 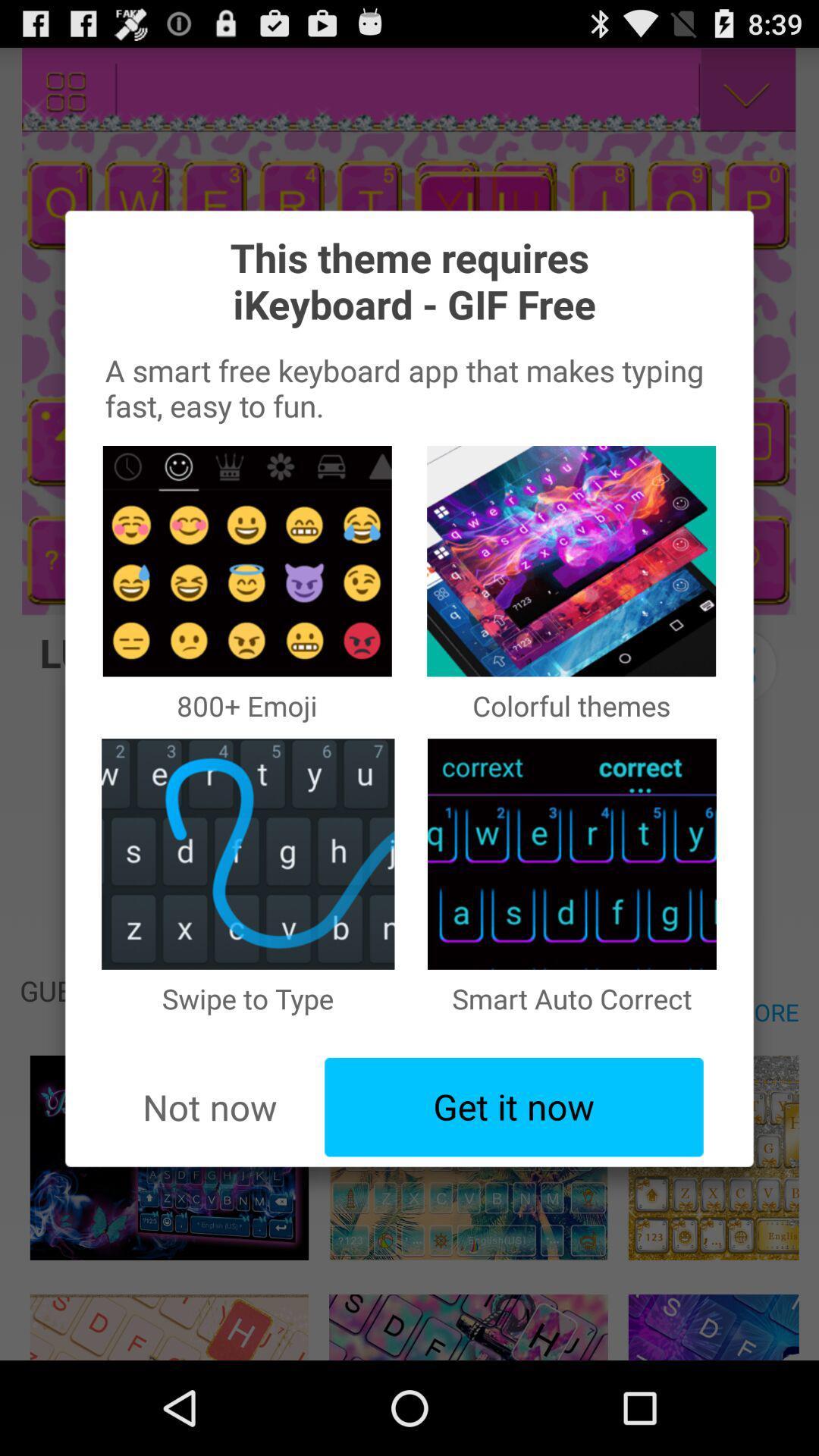 What do you see at coordinates (513, 1107) in the screenshot?
I see `the item to the right of the not now` at bounding box center [513, 1107].